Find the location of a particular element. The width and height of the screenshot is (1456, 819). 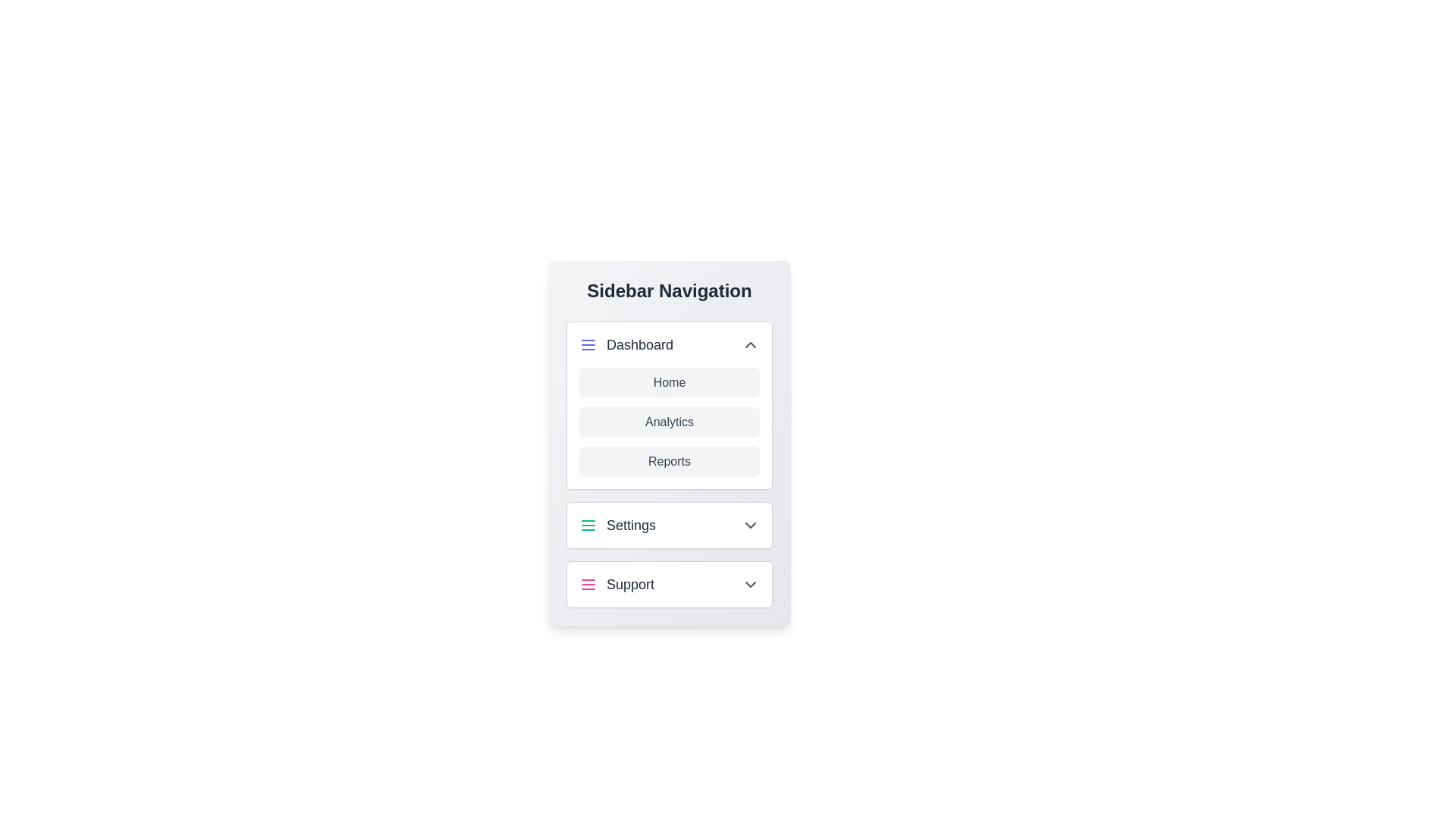

the 'Support' button in the sidebar navigation is located at coordinates (617, 584).